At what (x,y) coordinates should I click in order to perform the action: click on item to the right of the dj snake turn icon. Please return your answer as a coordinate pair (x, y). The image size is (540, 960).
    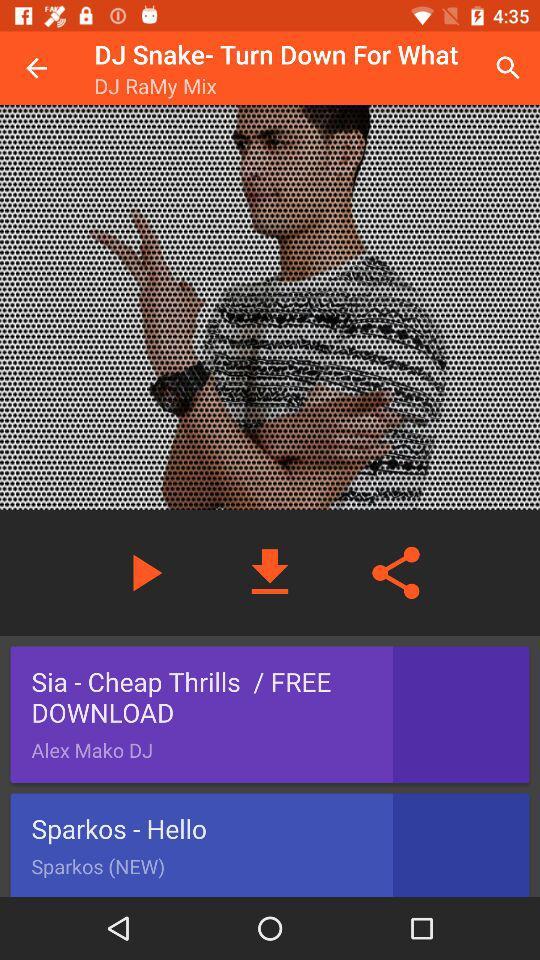
    Looking at the image, I should click on (508, 68).